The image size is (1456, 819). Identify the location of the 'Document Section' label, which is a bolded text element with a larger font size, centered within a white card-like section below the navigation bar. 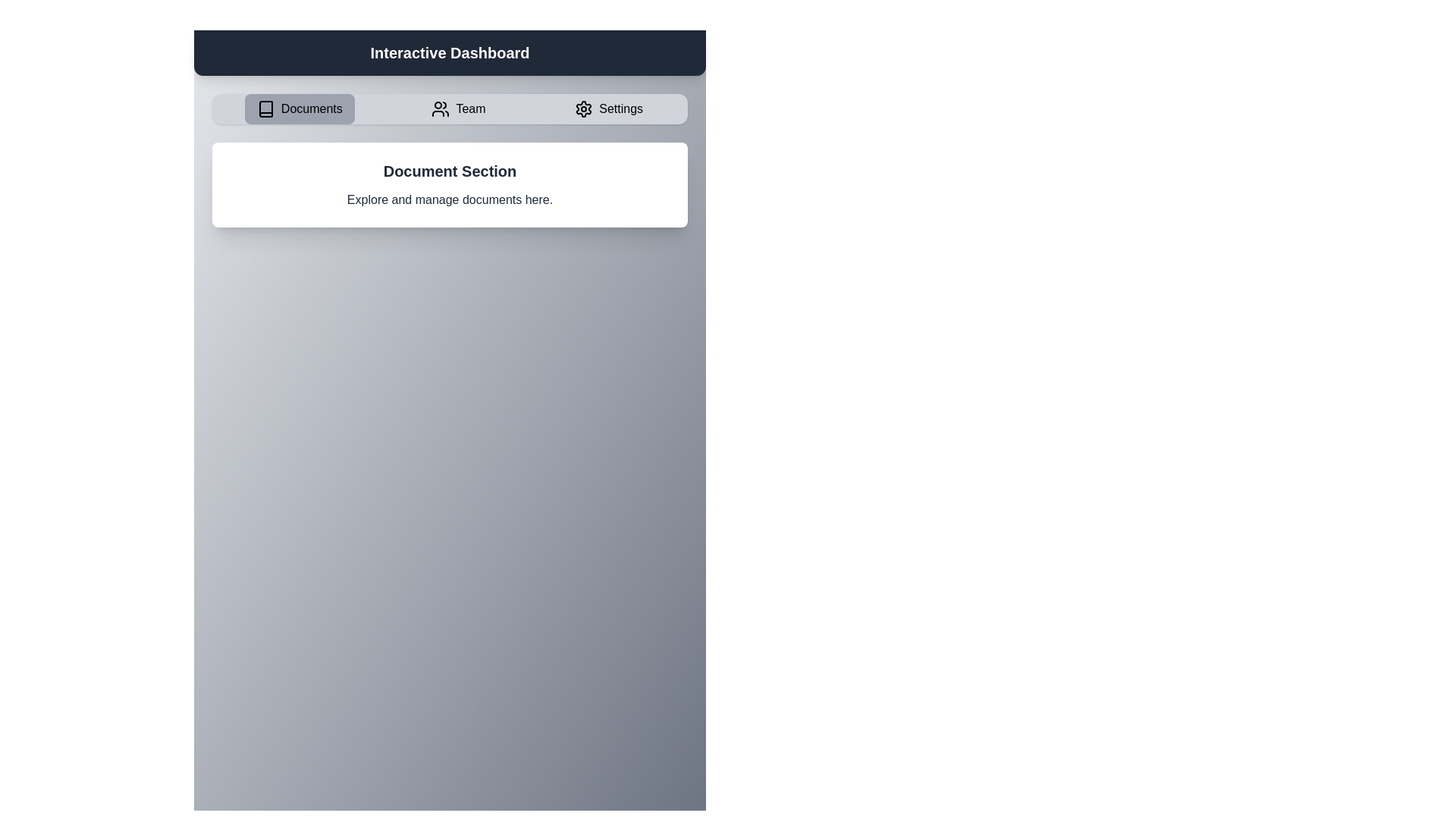
(449, 171).